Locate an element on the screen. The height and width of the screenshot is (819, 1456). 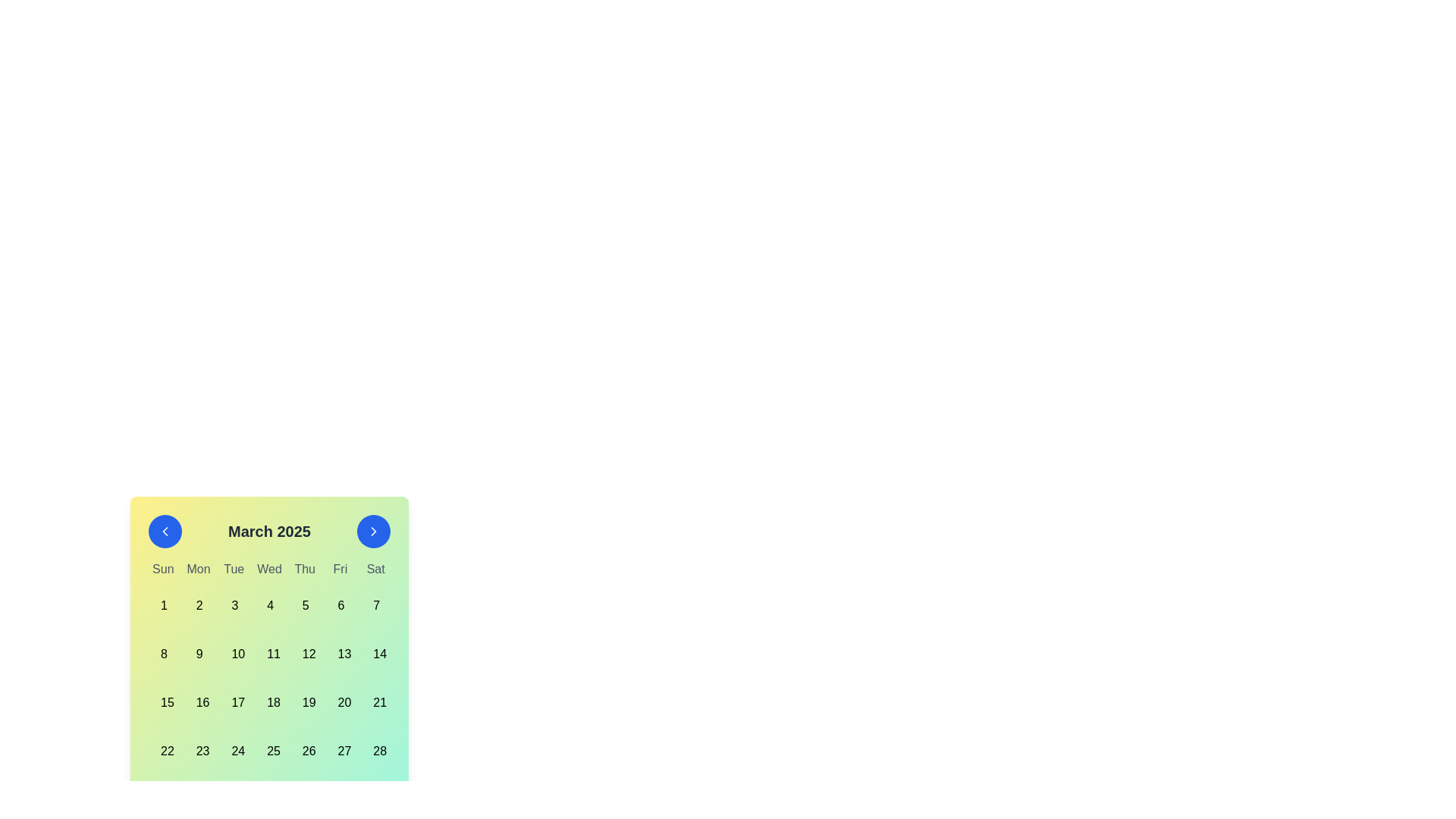
the clickable calendar day cell representing the 14th day of the month is located at coordinates (375, 654).